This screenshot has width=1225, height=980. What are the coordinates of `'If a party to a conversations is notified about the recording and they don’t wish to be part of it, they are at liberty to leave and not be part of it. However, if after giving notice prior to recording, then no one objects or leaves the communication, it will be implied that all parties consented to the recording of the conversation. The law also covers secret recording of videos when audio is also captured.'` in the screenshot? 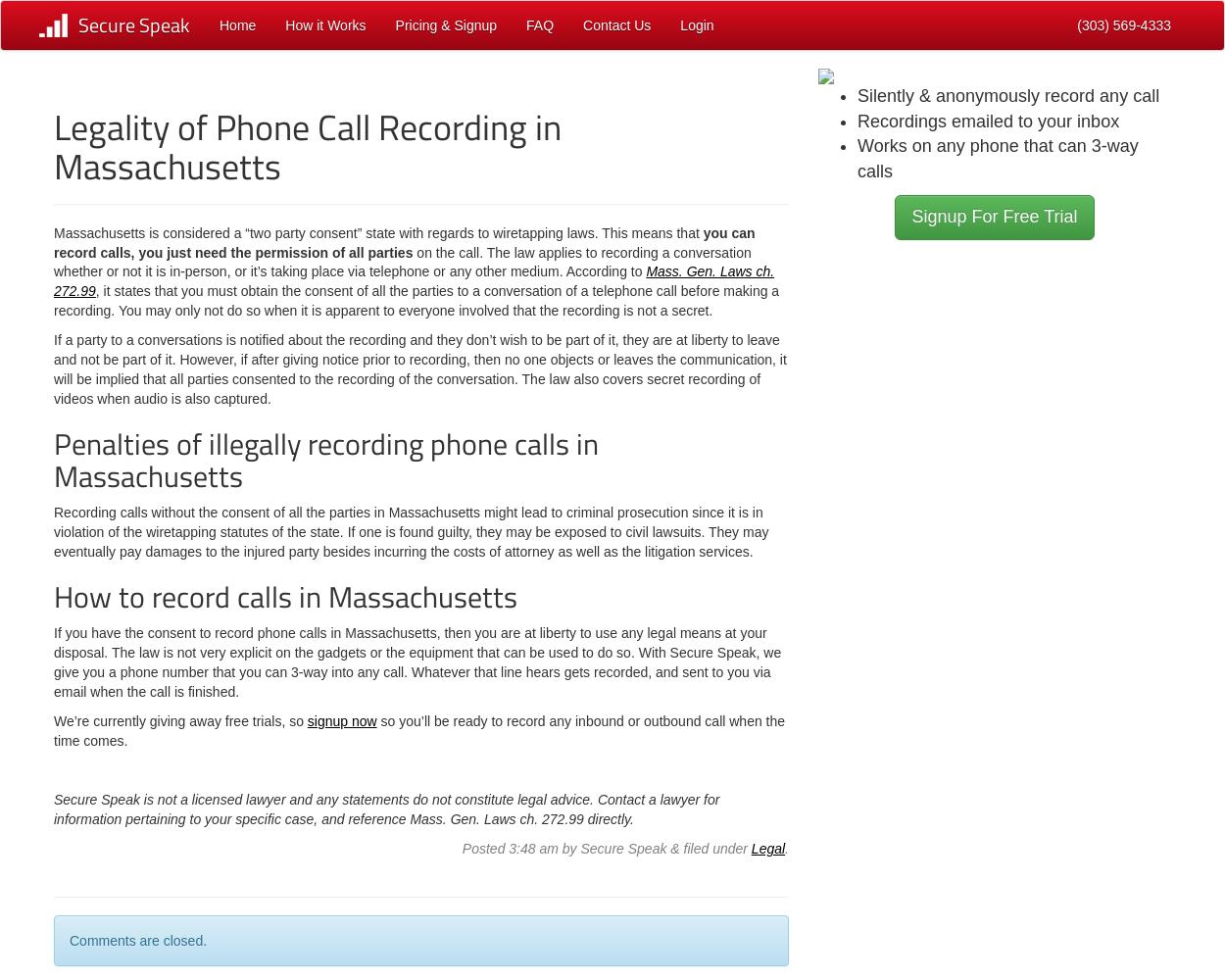 It's located at (54, 369).